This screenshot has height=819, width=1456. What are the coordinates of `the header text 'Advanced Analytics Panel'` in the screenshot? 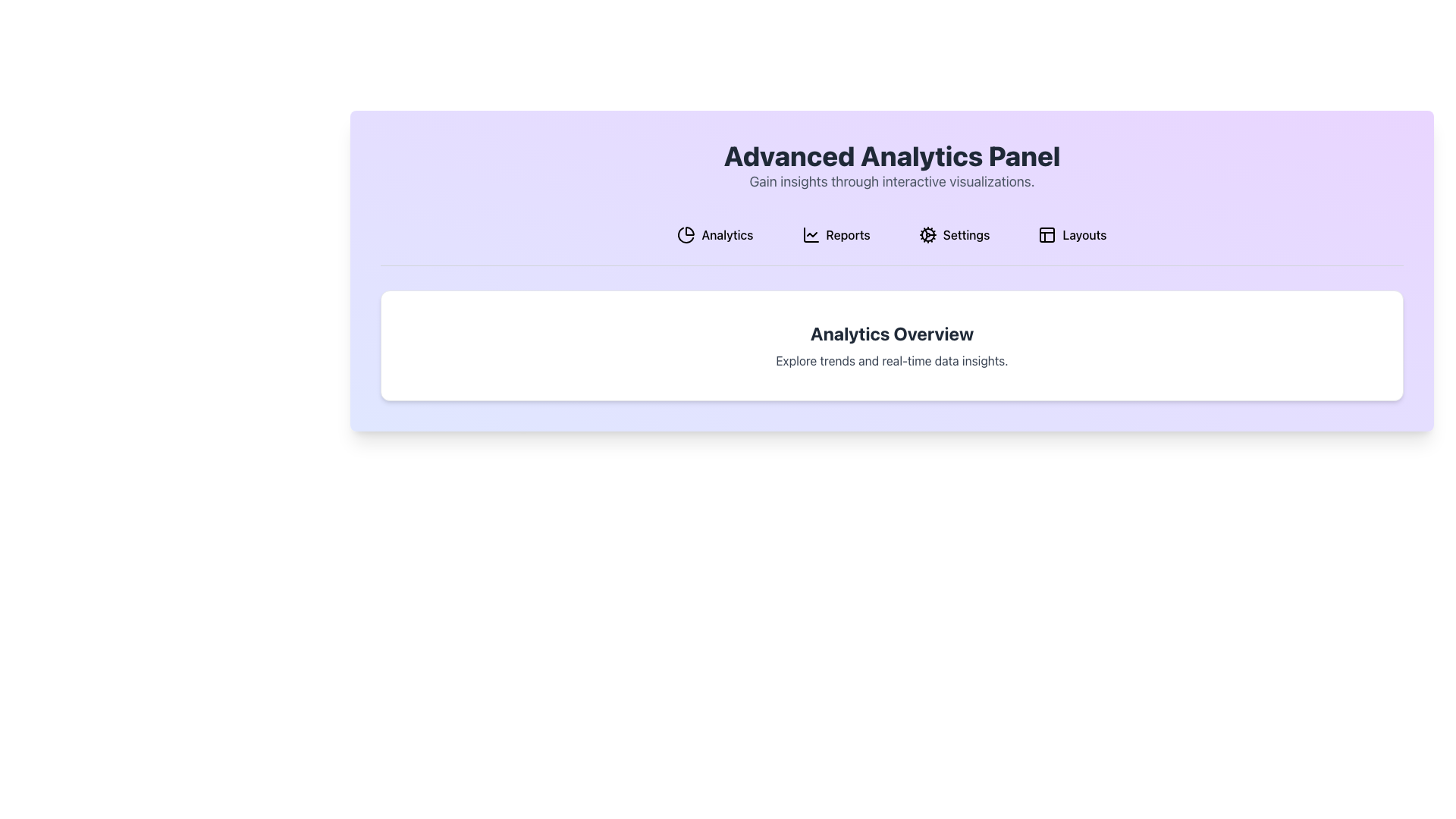 It's located at (892, 155).